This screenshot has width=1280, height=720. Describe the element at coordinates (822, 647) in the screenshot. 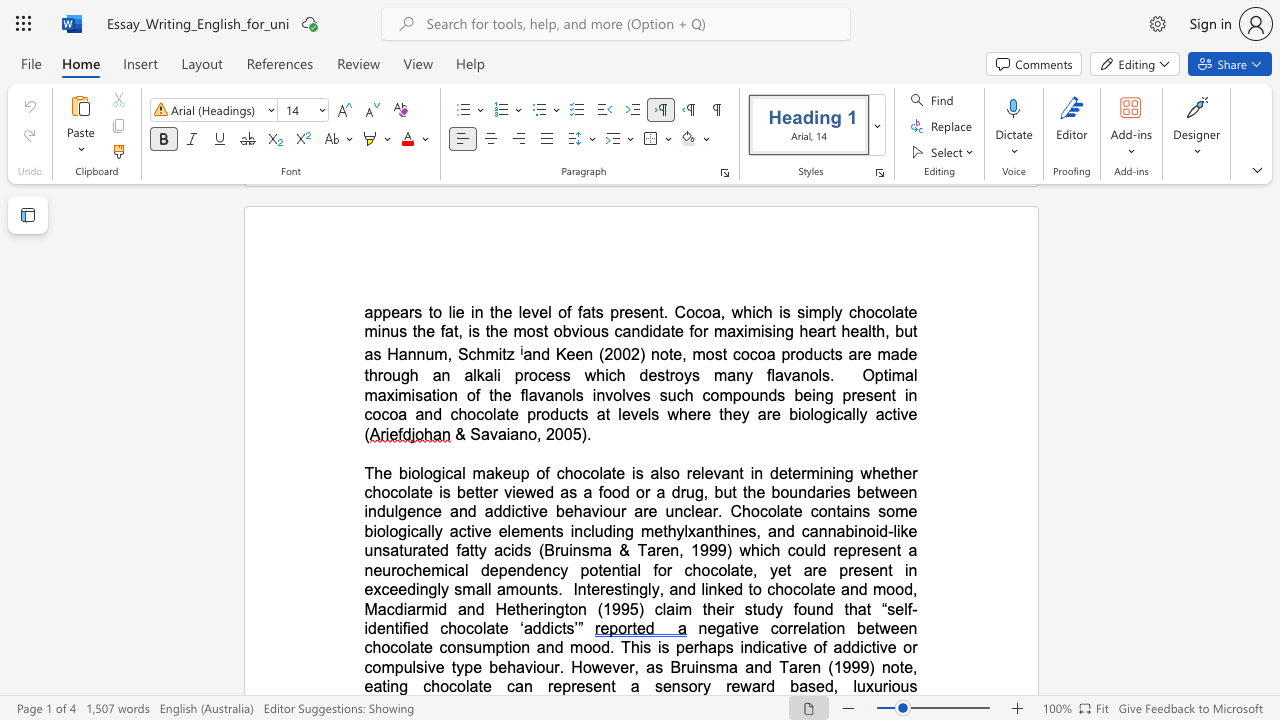

I see `the subset text "f addictive or compulsive" within the text "of addictive or compulsive type behaviour. However, as Bruinsma and Taren (1999) note, eating chocolate can"` at that location.